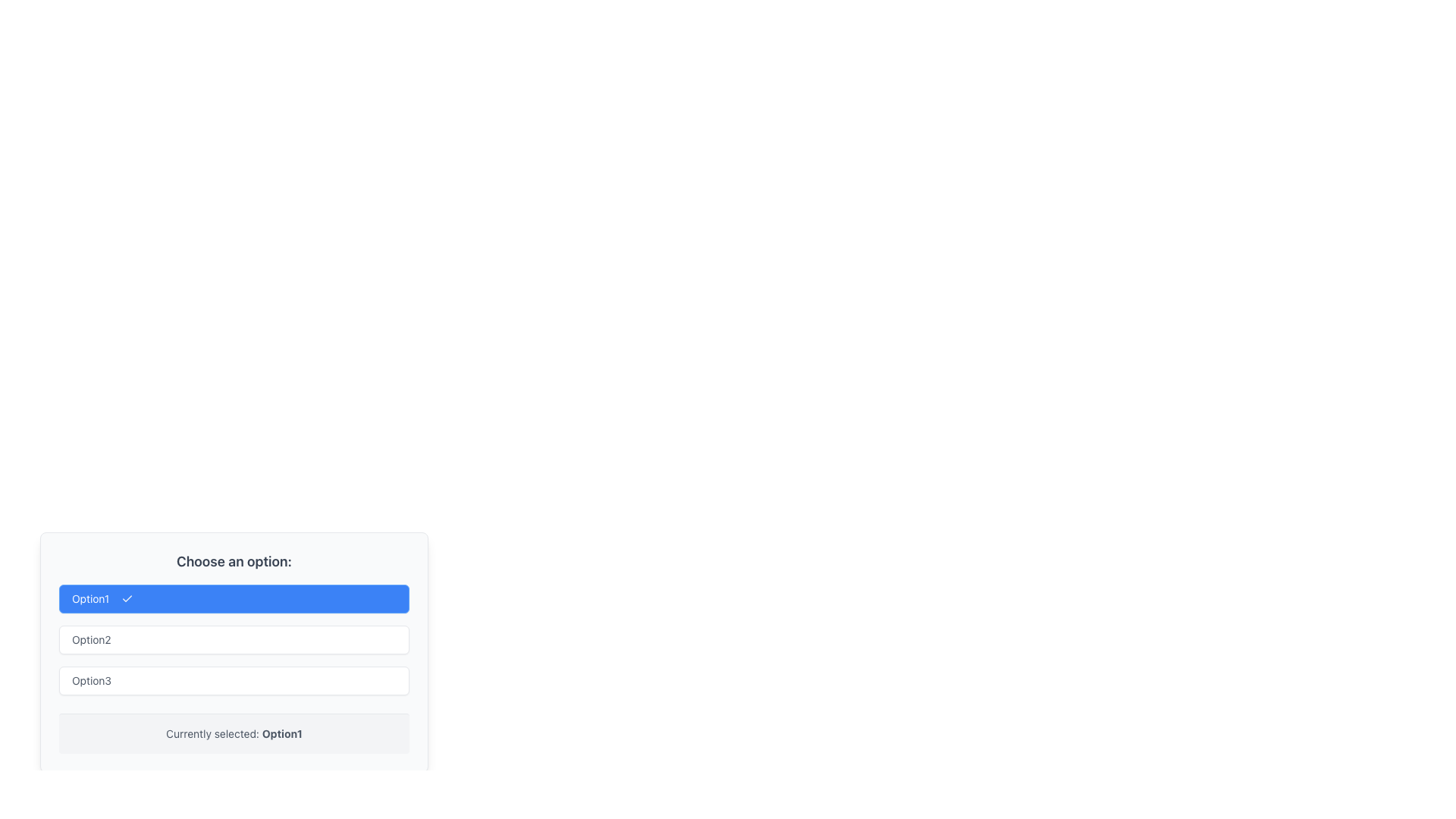 This screenshot has width=1456, height=819. Describe the element at coordinates (90, 680) in the screenshot. I see `the text label 'Option3' which indicates the third selectable option in the dropdown list located under the heading 'Choose an option:'` at that location.